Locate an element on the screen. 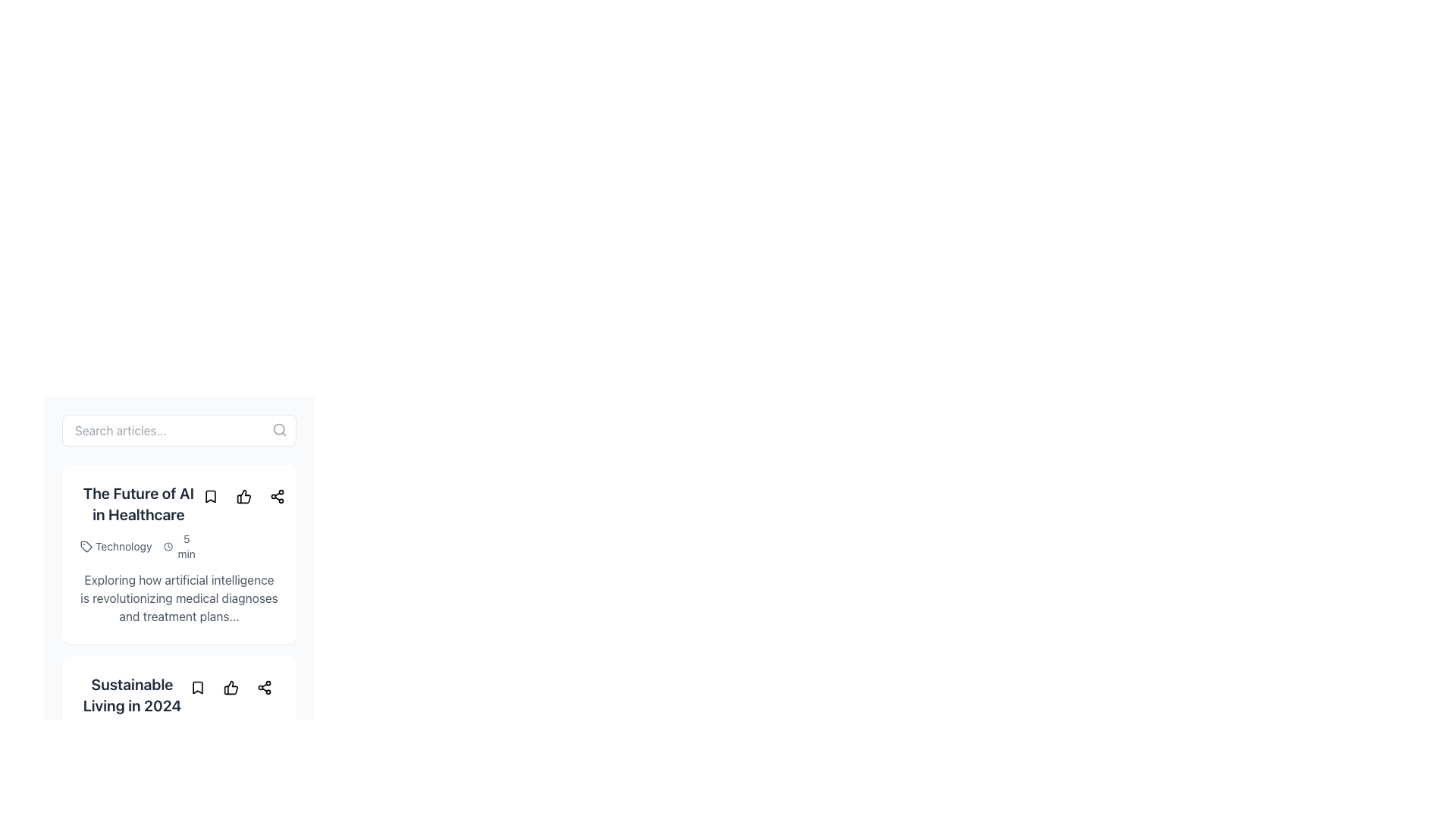 This screenshot has width=1456, height=819. text content located in the second section of the card component, directly below the title 'The Future of AI in Healthcare' is located at coordinates (179, 598).